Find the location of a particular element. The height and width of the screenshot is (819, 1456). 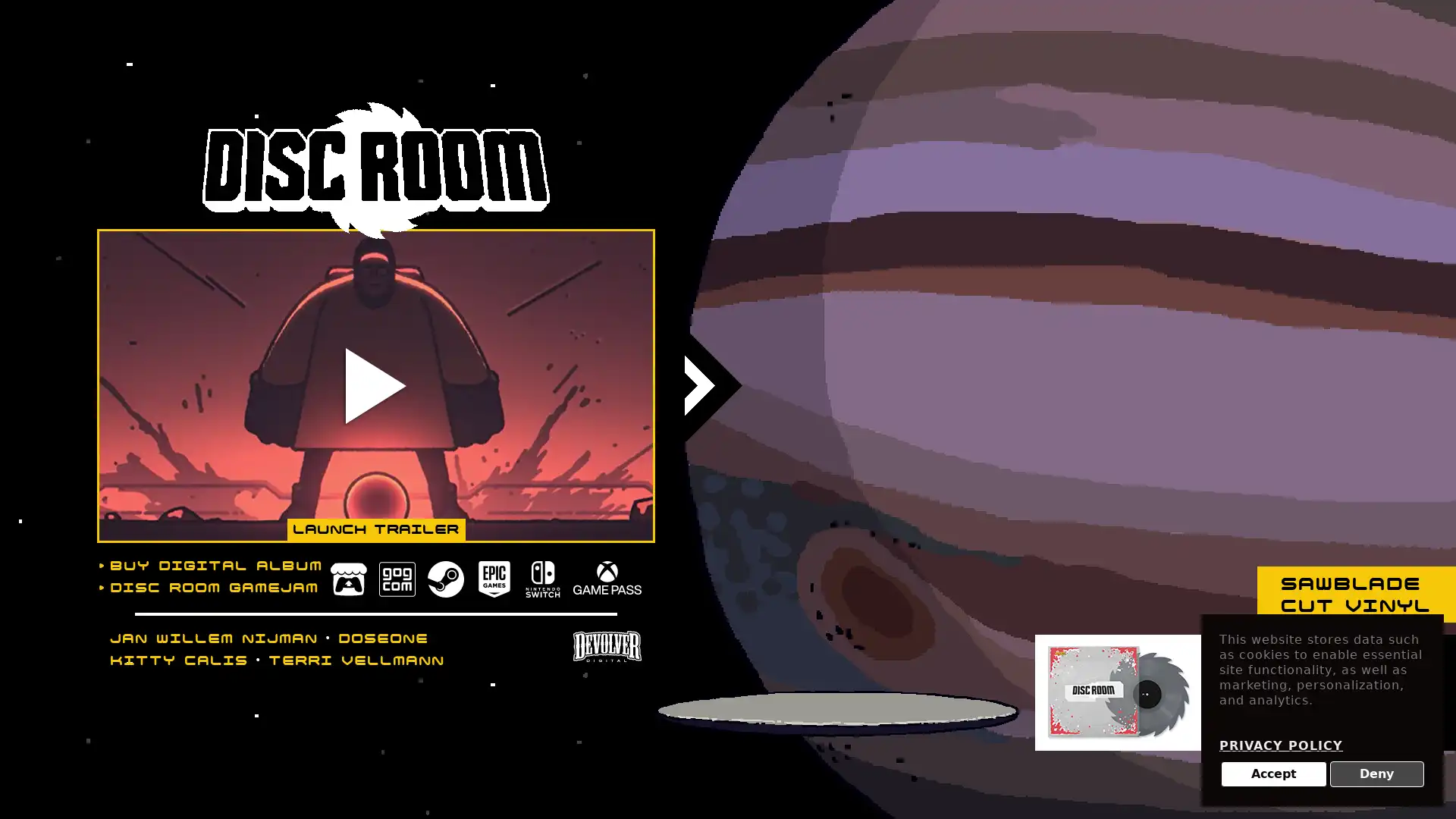

Deny is located at coordinates (1376, 774).